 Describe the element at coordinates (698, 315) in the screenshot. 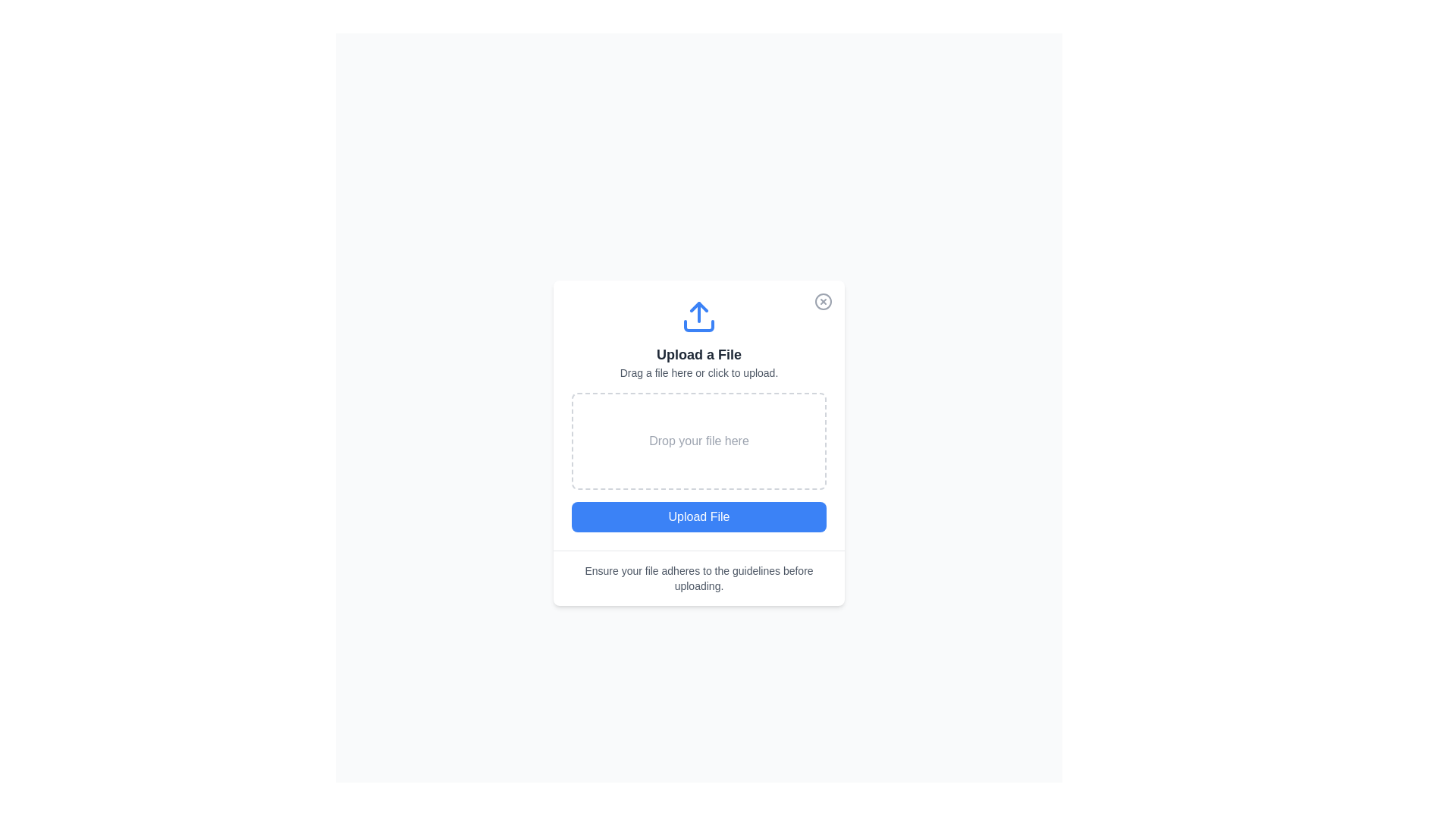

I see `the upload icon featuring a blue upward arrow above a horizontal line, located at the top-center of the file upload interface` at that location.